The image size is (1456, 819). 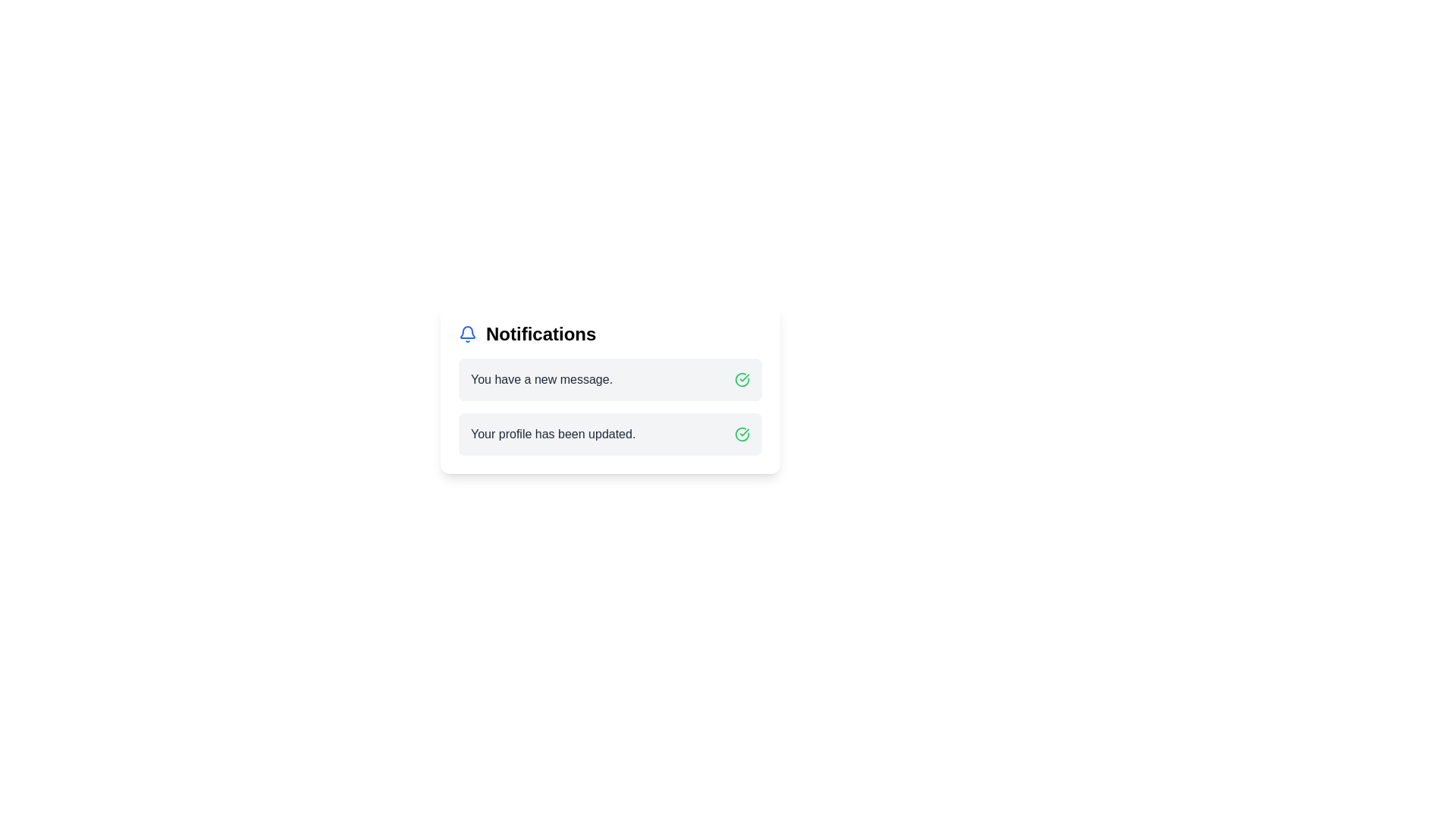 I want to click on the confirmation icon button located on the far-right side of the notification titled 'Your profile has been updated.' to acknowledge the notification, so click(x=742, y=435).